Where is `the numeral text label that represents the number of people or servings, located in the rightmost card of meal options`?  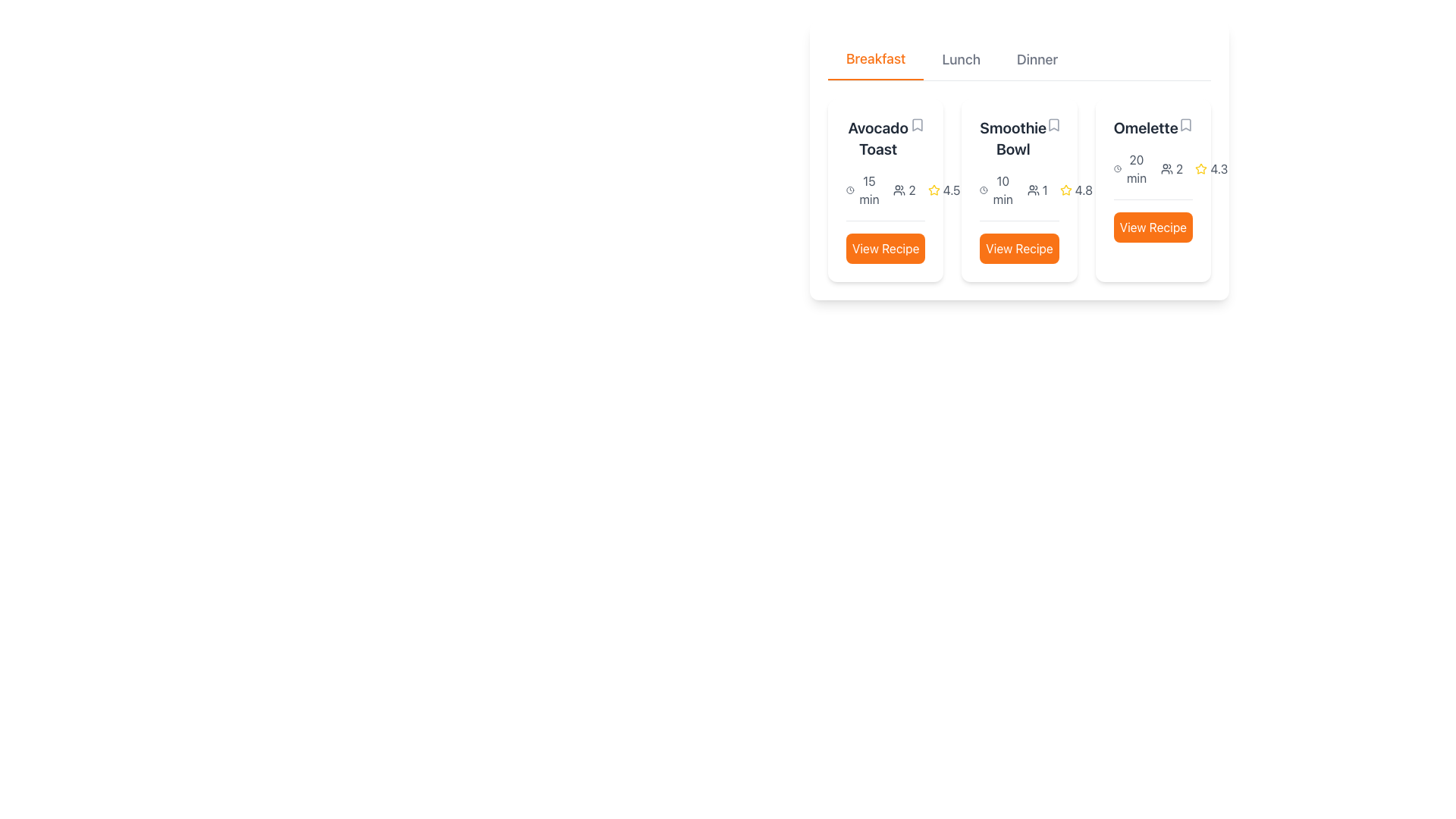
the numeral text label that represents the number of people or servings, located in the rightmost card of meal options is located at coordinates (1178, 169).